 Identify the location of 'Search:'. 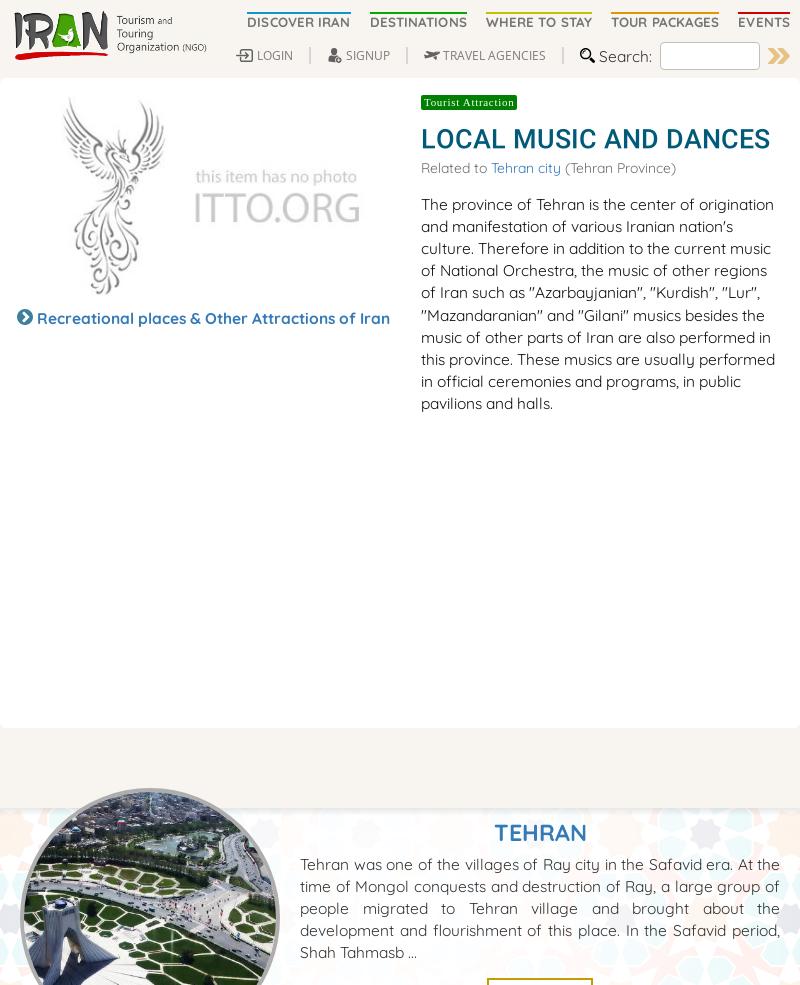
(625, 53).